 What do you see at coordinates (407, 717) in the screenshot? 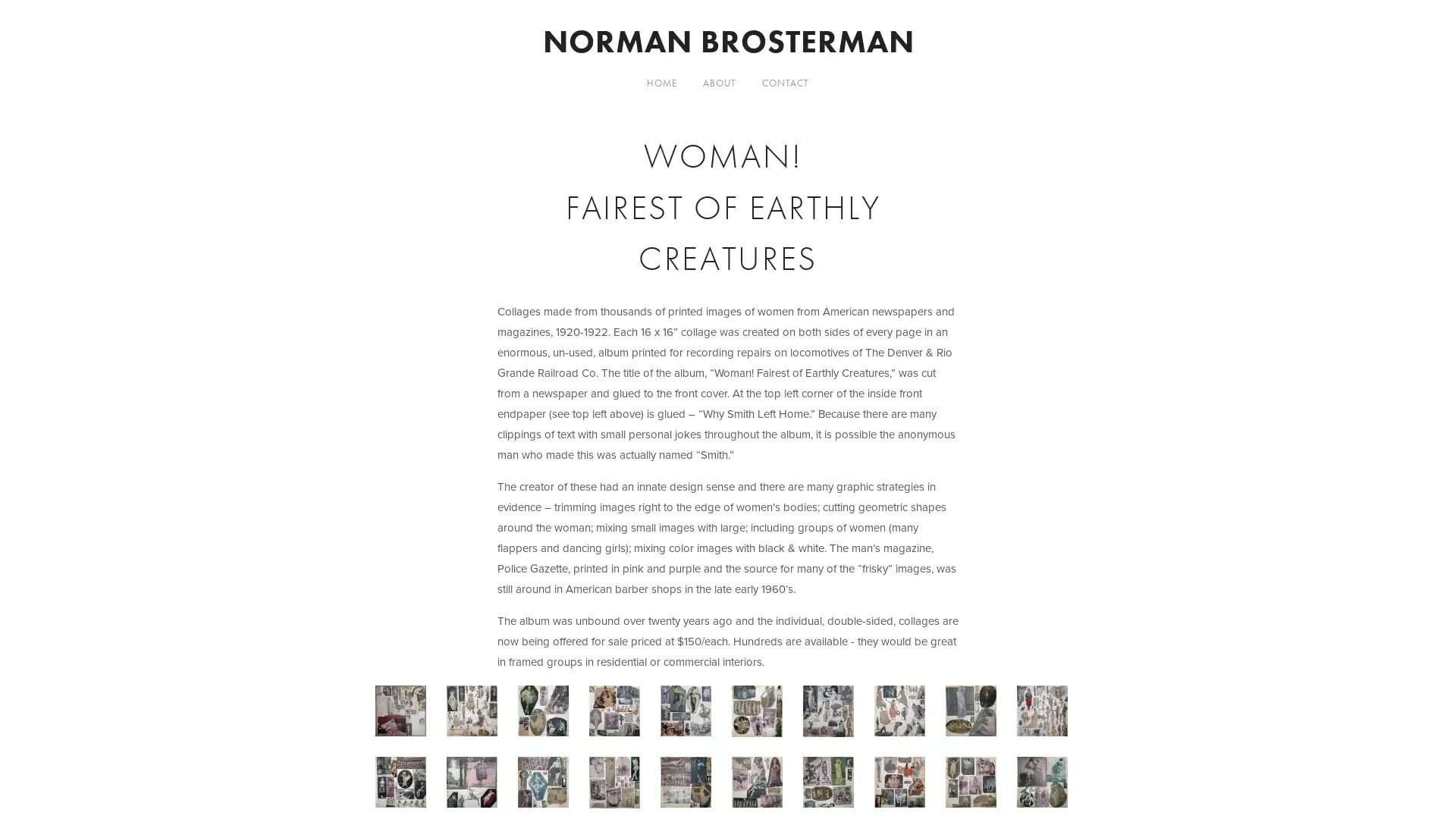
I see `View fullsize Smith-endpaper1500px.jpg` at bounding box center [407, 717].